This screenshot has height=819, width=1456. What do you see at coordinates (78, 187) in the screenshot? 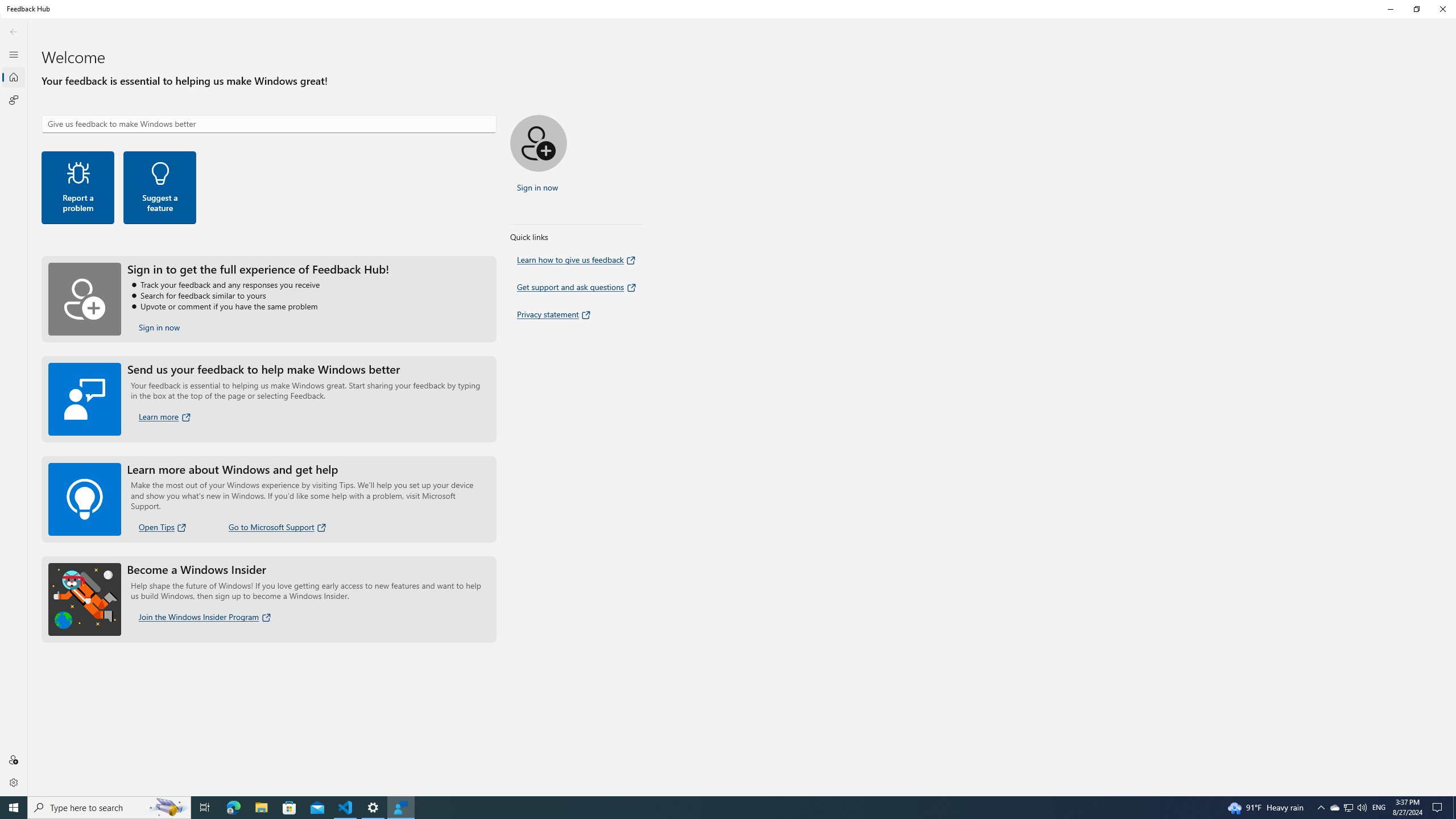
I see `'Report a problem'` at bounding box center [78, 187].